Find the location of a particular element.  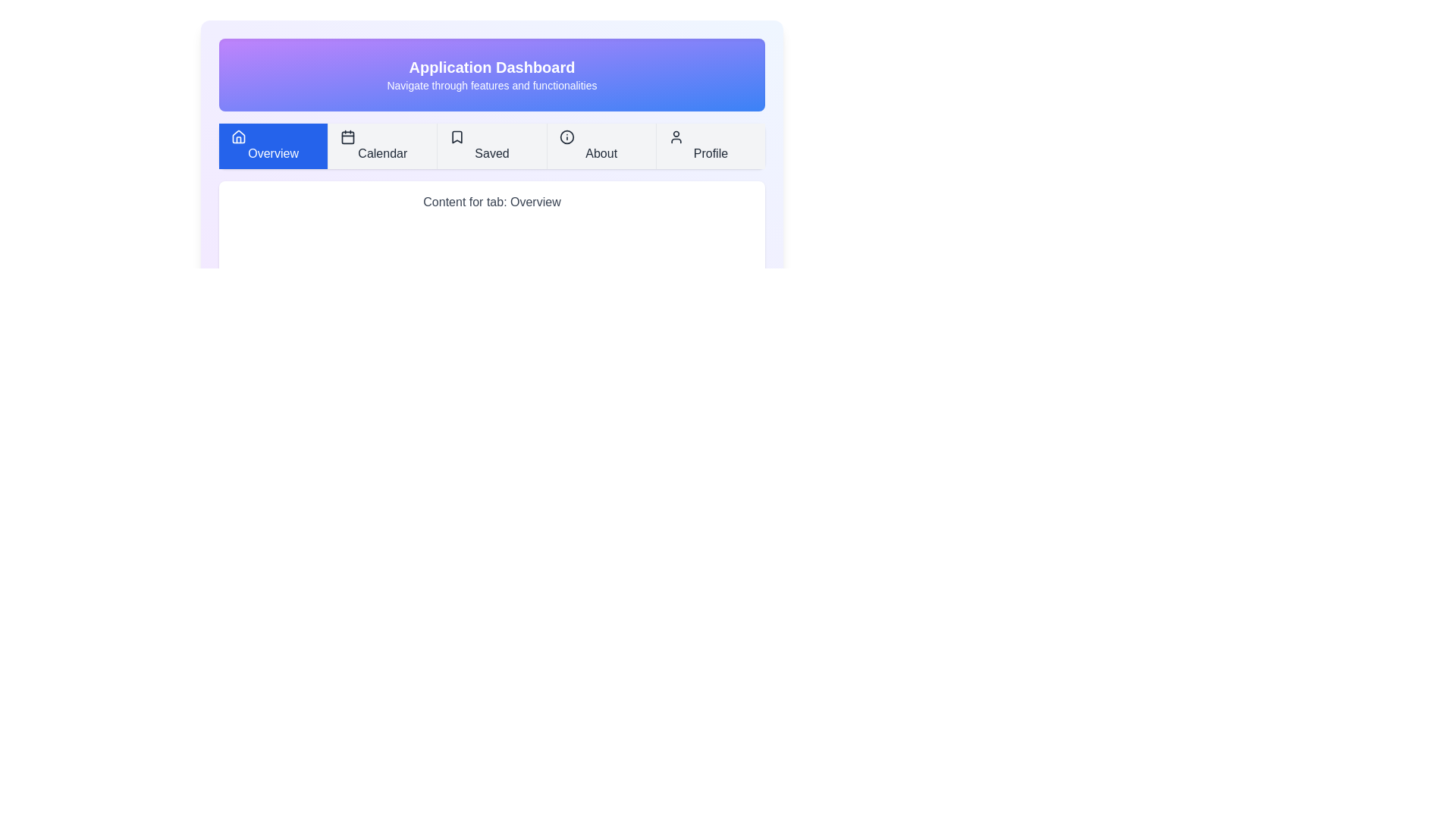

the SVG calendar icon located in the 'Calendar' tab of the top navigation bar, positioned to the right of the 'Overview' tab is located at coordinates (347, 137).